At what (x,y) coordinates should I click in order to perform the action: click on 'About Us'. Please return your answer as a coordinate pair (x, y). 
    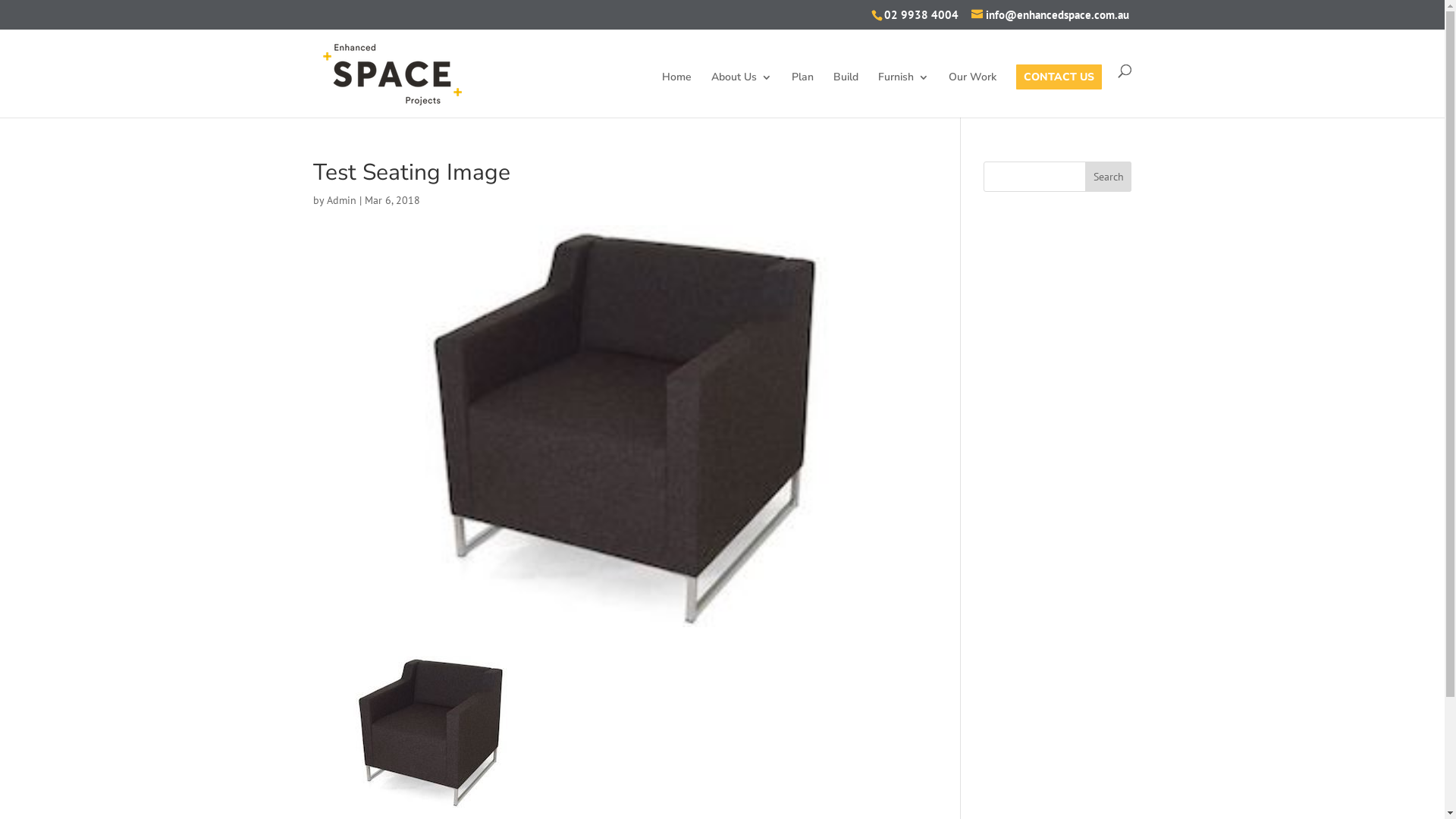
    Looking at the image, I should click on (742, 93).